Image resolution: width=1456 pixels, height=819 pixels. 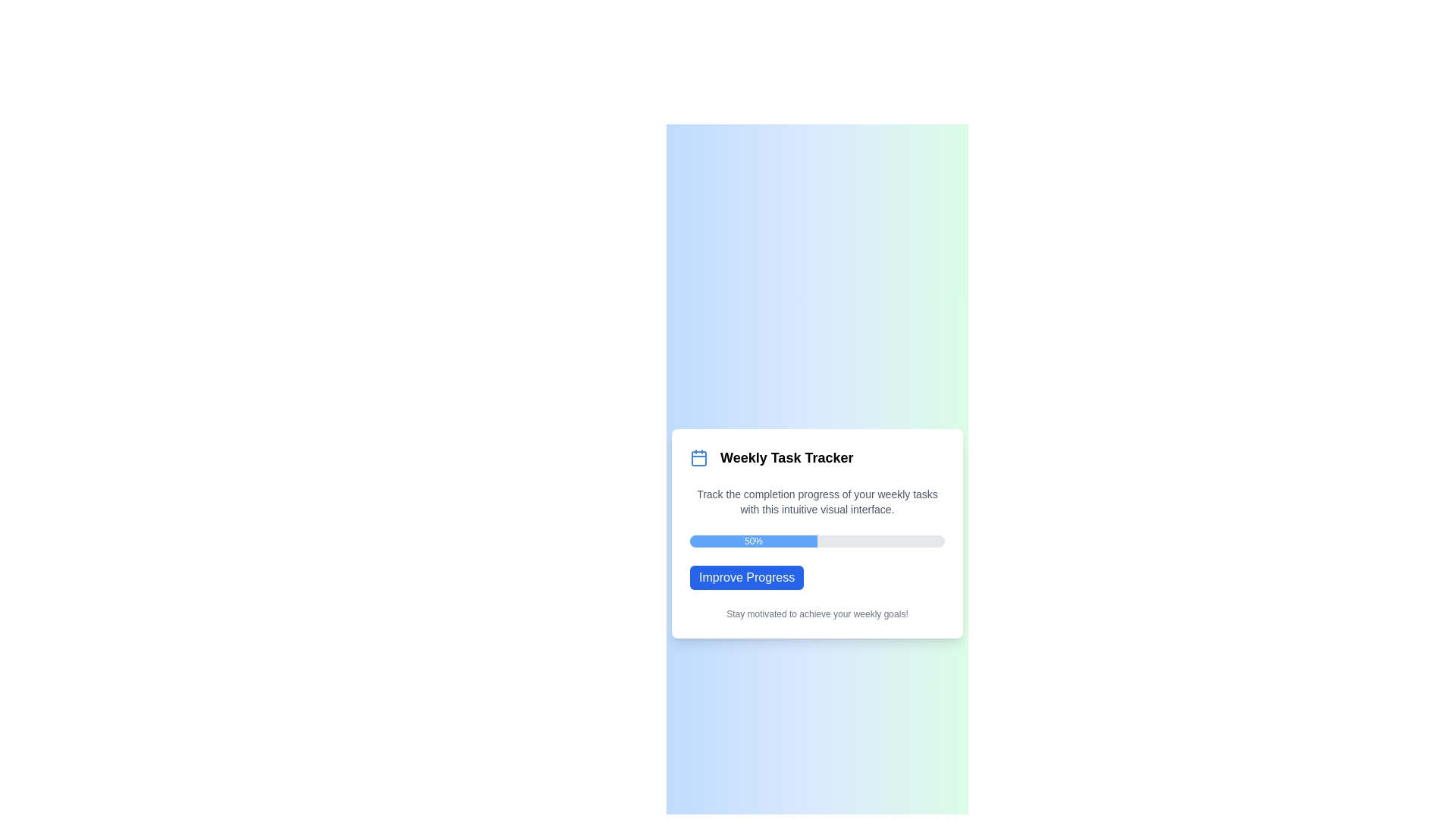 I want to click on the Progress Bar Segment that visually represents a 50% filled portion of the progress bar, located in the middle of the card's interface, so click(x=753, y=540).